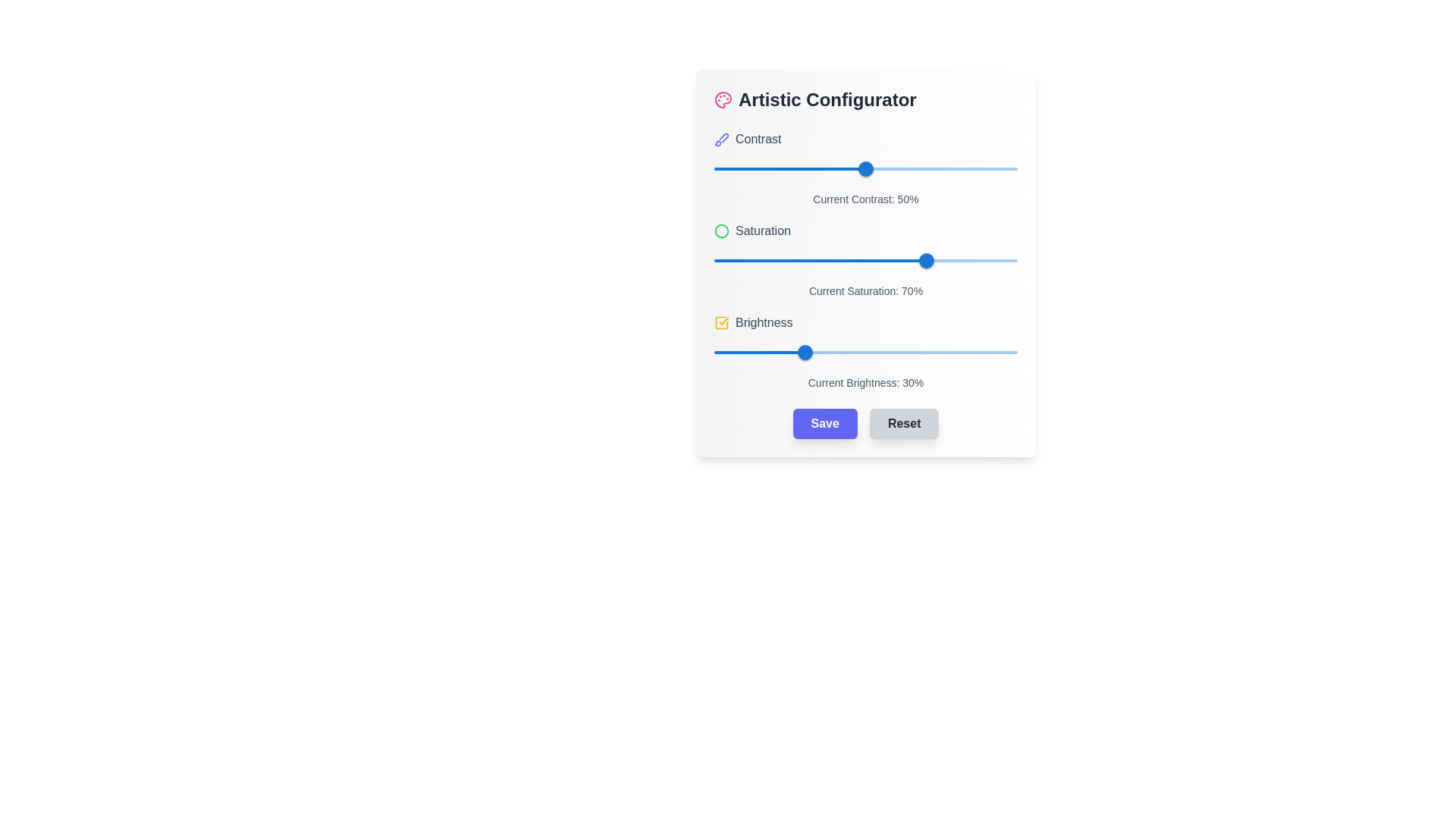 This screenshot has width=1456, height=819. What do you see at coordinates (904, 424) in the screenshot?
I see `the 'Reset' button` at bounding box center [904, 424].